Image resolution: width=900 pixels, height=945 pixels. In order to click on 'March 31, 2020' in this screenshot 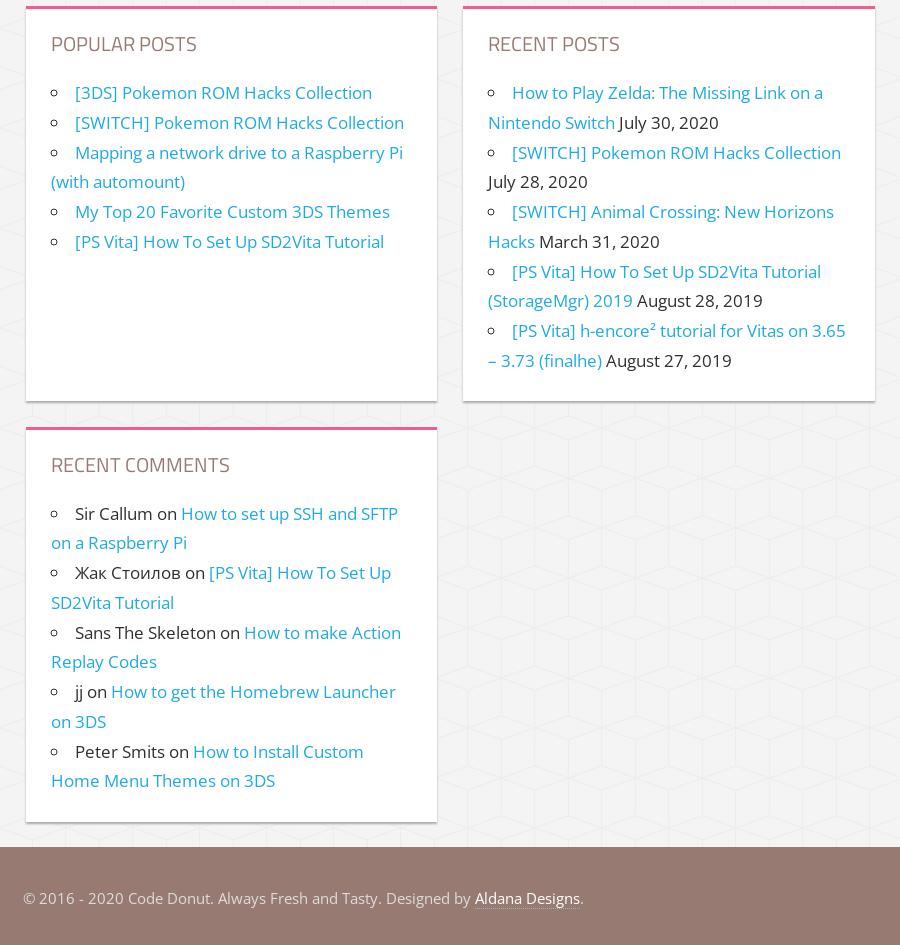, I will do `click(599, 239)`.